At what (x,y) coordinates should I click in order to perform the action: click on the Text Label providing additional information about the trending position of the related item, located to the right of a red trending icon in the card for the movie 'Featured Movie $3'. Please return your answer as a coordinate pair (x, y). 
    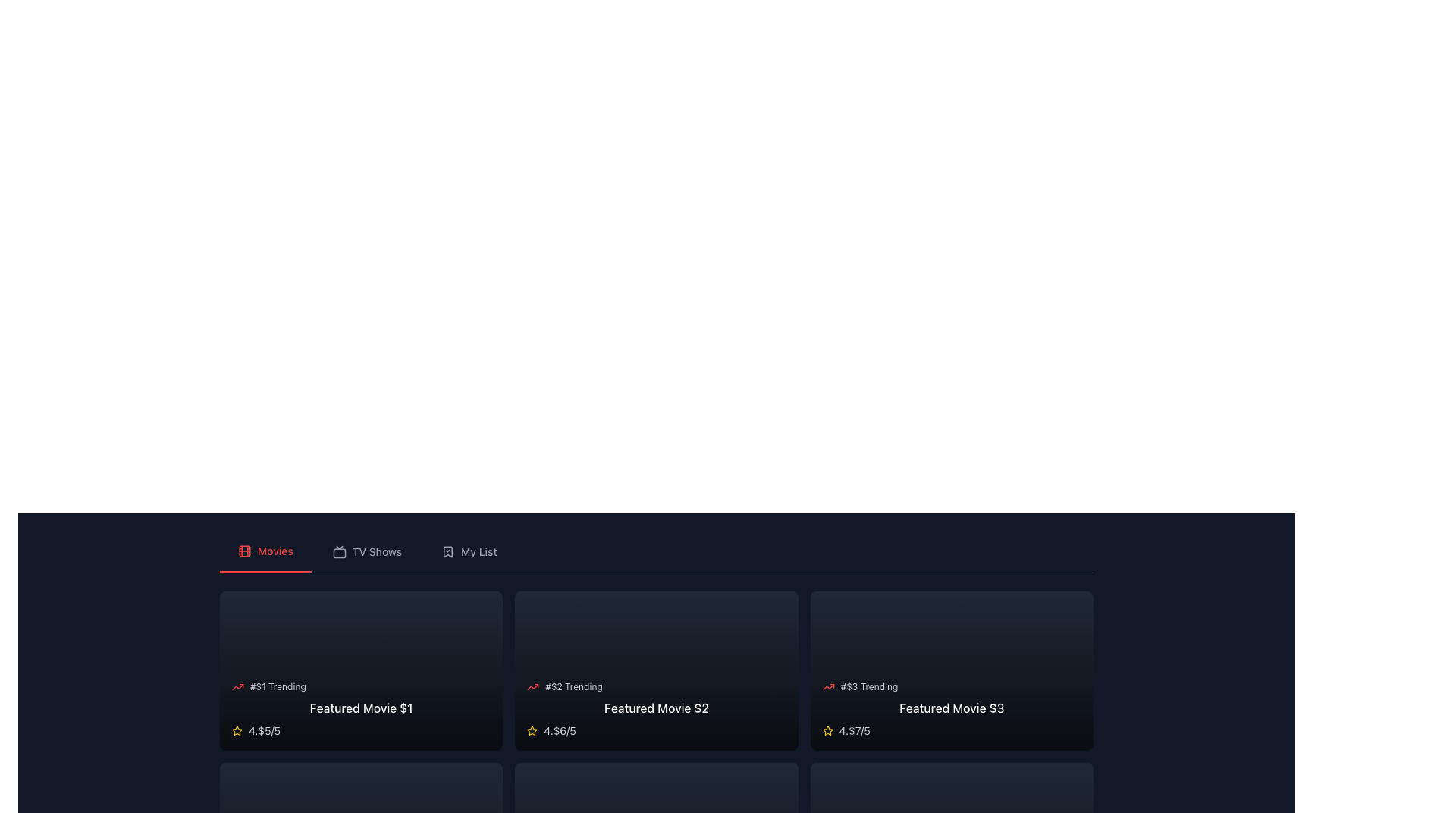
    Looking at the image, I should click on (869, 687).